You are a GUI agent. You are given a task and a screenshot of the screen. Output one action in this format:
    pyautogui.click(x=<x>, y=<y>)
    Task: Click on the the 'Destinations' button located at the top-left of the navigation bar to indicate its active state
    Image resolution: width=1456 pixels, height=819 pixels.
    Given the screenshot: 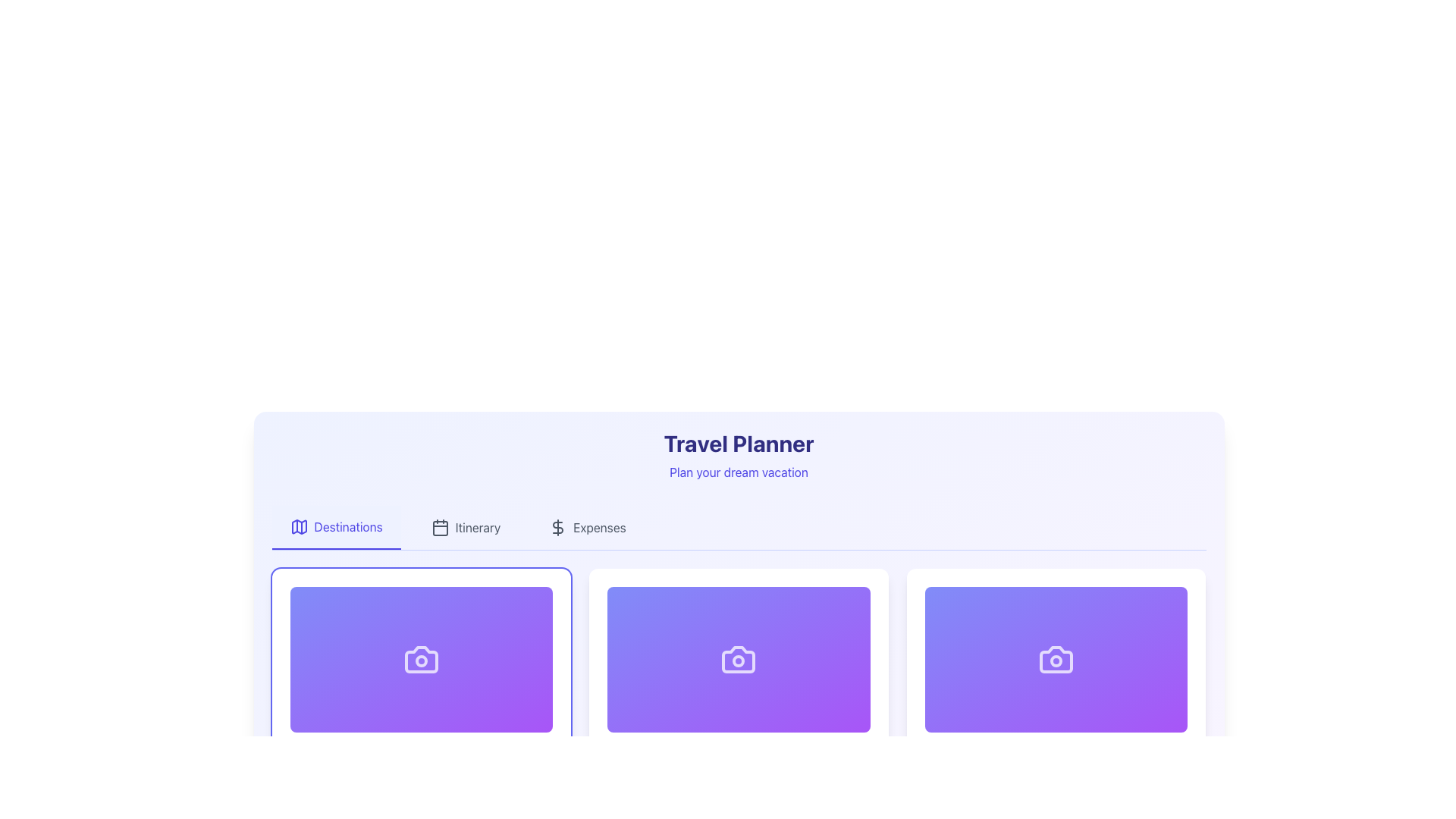 What is the action you would take?
    pyautogui.click(x=335, y=526)
    